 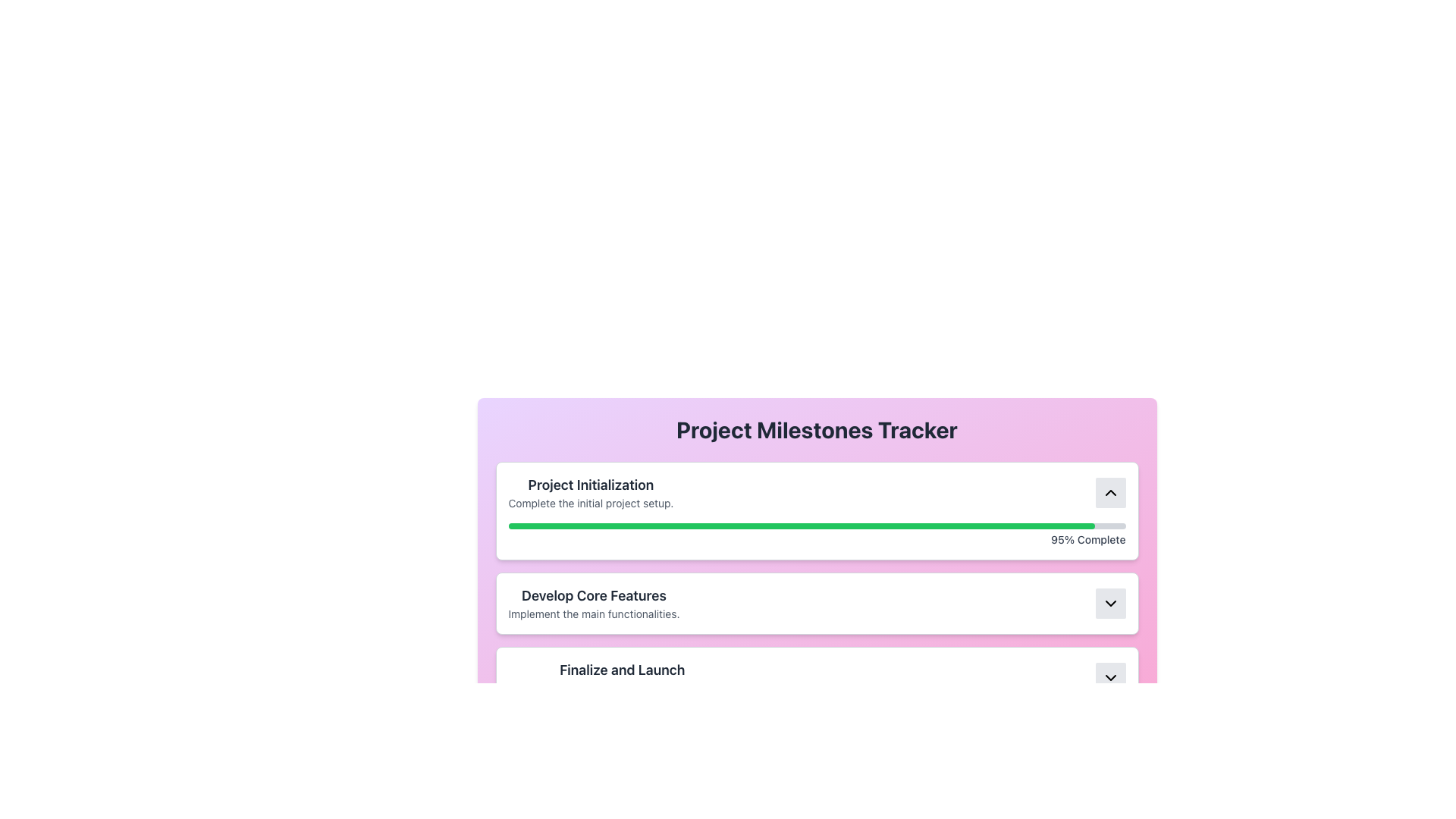 I want to click on the green progress indicator located under the 'Project Initialization' section of the 'Project Milestones Tracker' interface, so click(x=801, y=526).